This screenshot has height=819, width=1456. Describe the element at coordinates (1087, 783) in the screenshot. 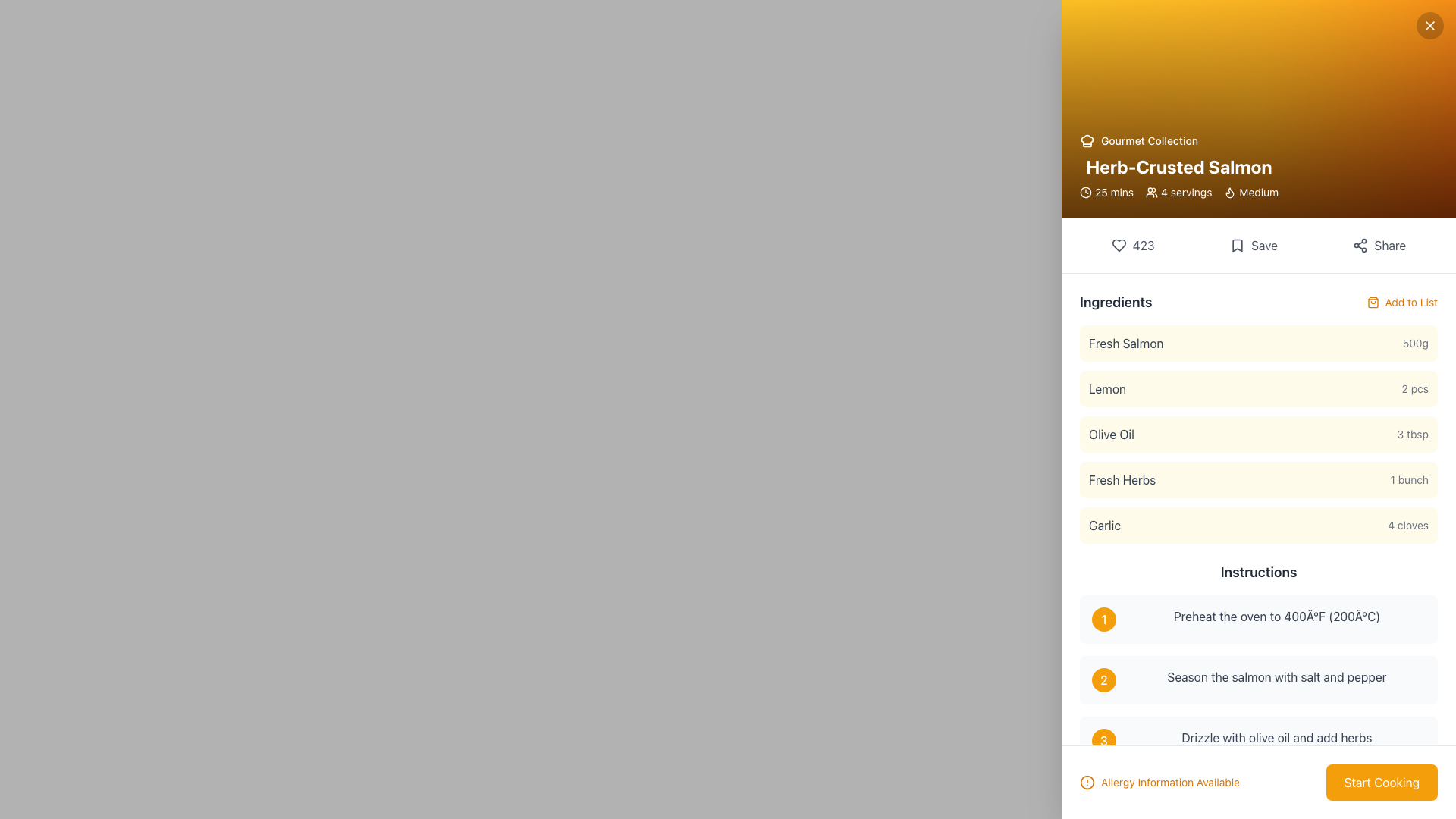

I see `the allergy information icon located on the left side of the footer section, next to the text 'Allergy Information Available'` at that location.